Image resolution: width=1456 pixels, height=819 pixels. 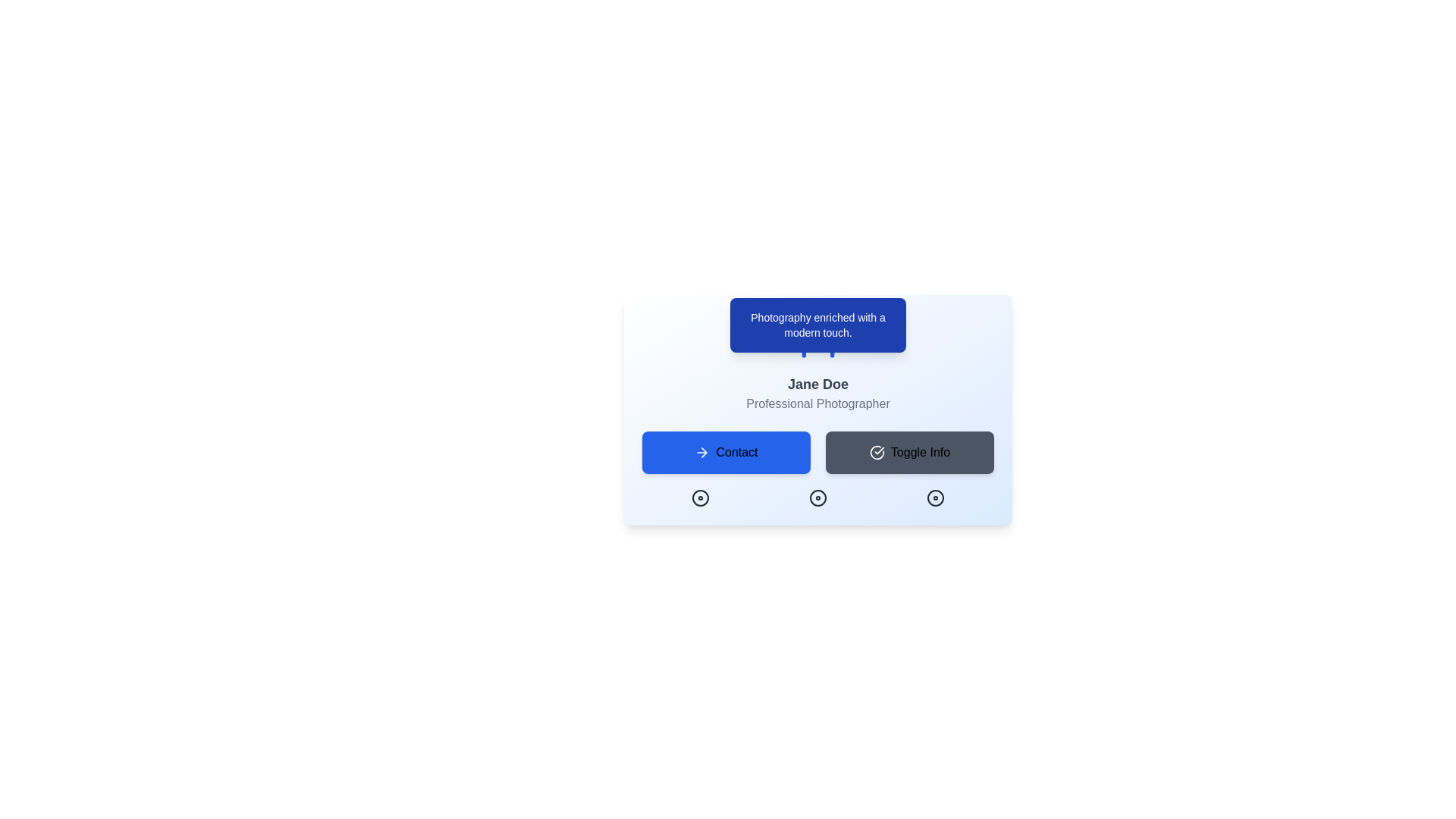 I want to click on the blue 'Contact' button with white text and a small arrow icon, located to the left of the 'Toggle Info' button in the bottom section of the layout, so click(x=726, y=452).